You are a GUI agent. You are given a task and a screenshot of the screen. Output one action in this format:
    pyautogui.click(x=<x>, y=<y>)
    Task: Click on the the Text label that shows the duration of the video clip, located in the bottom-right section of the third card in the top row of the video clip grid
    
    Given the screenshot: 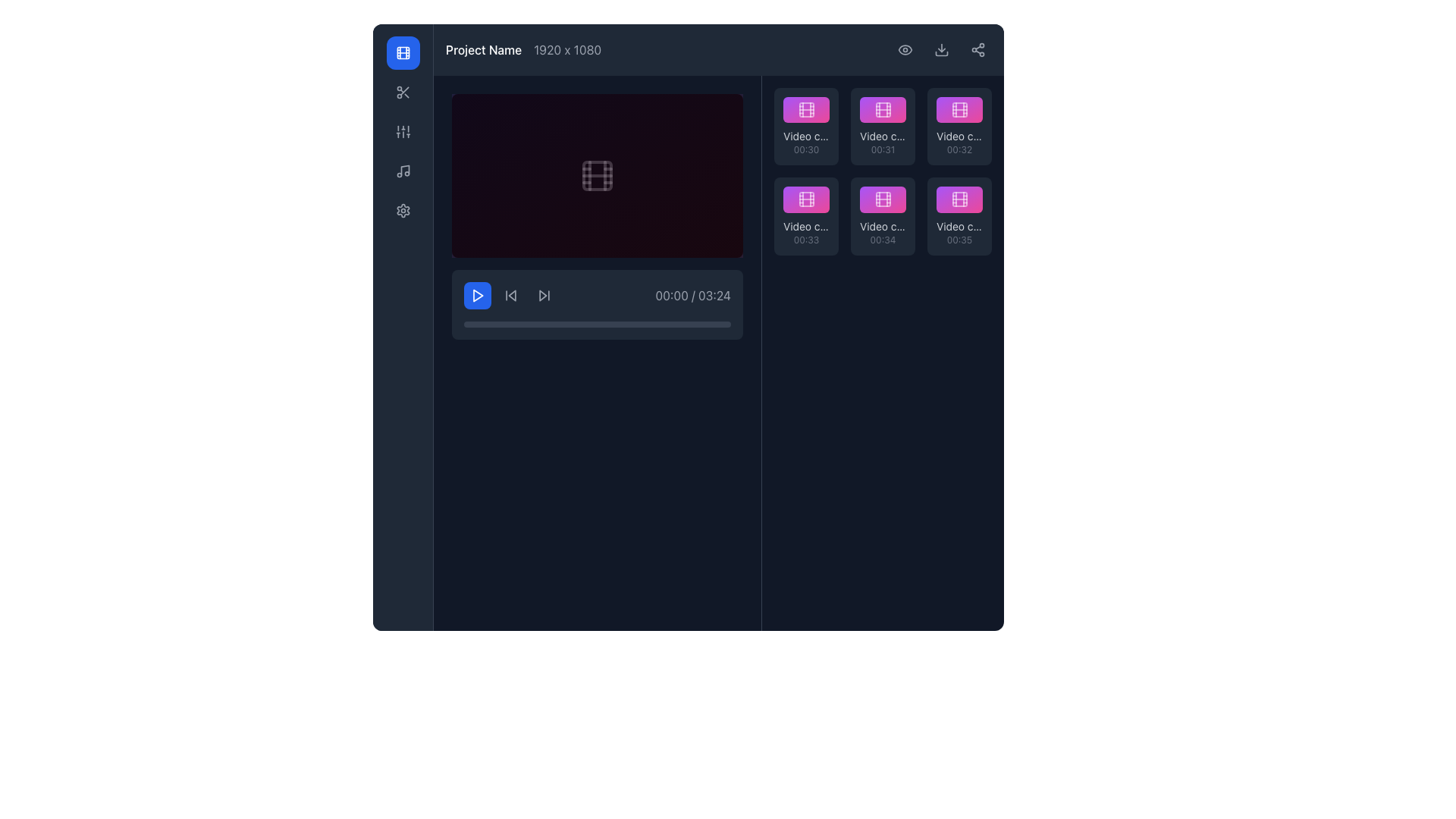 What is the action you would take?
    pyautogui.click(x=959, y=150)
    